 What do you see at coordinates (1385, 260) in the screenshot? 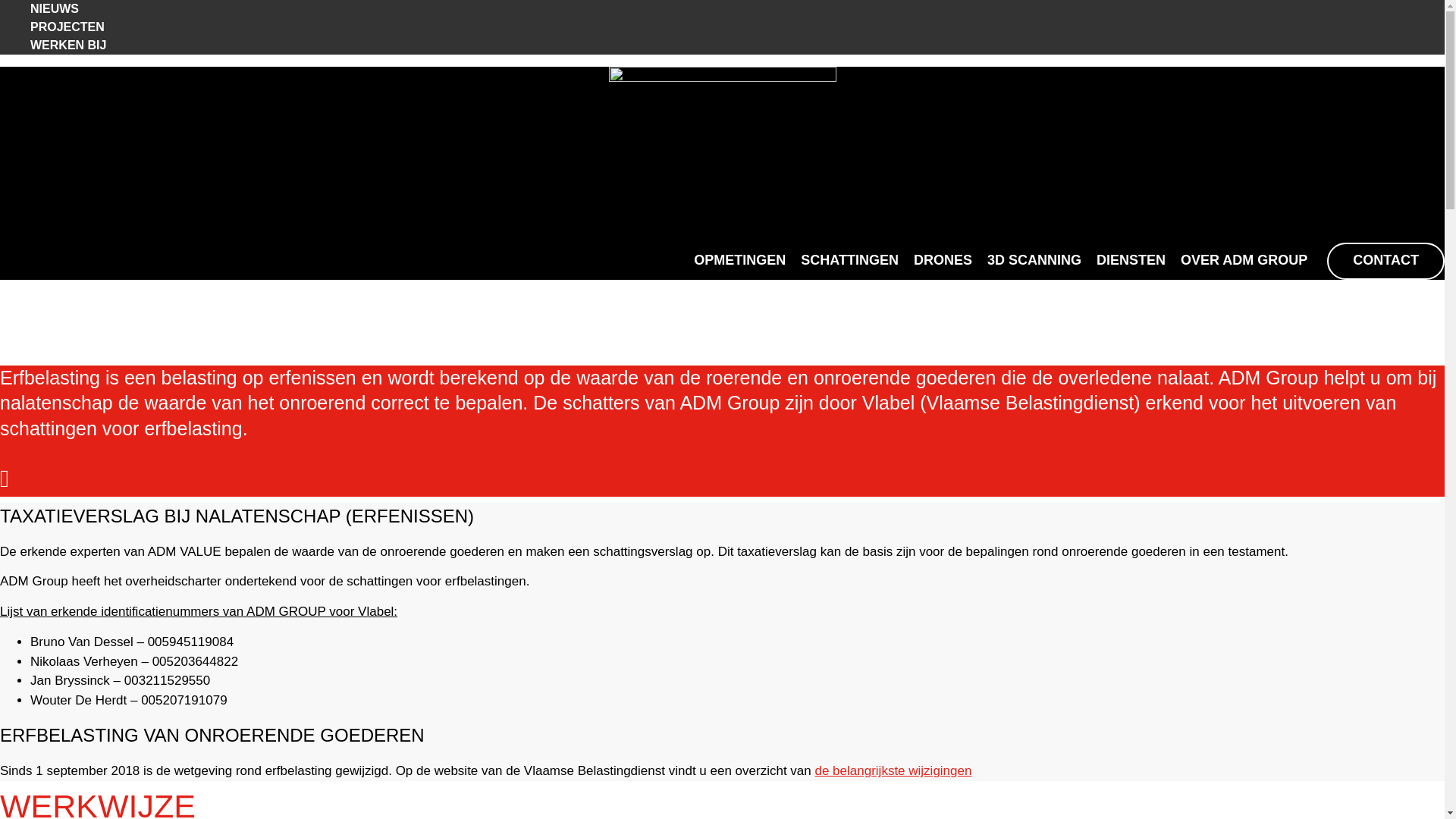
I see `'CONTACT'` at bounding box center [1385, 260].